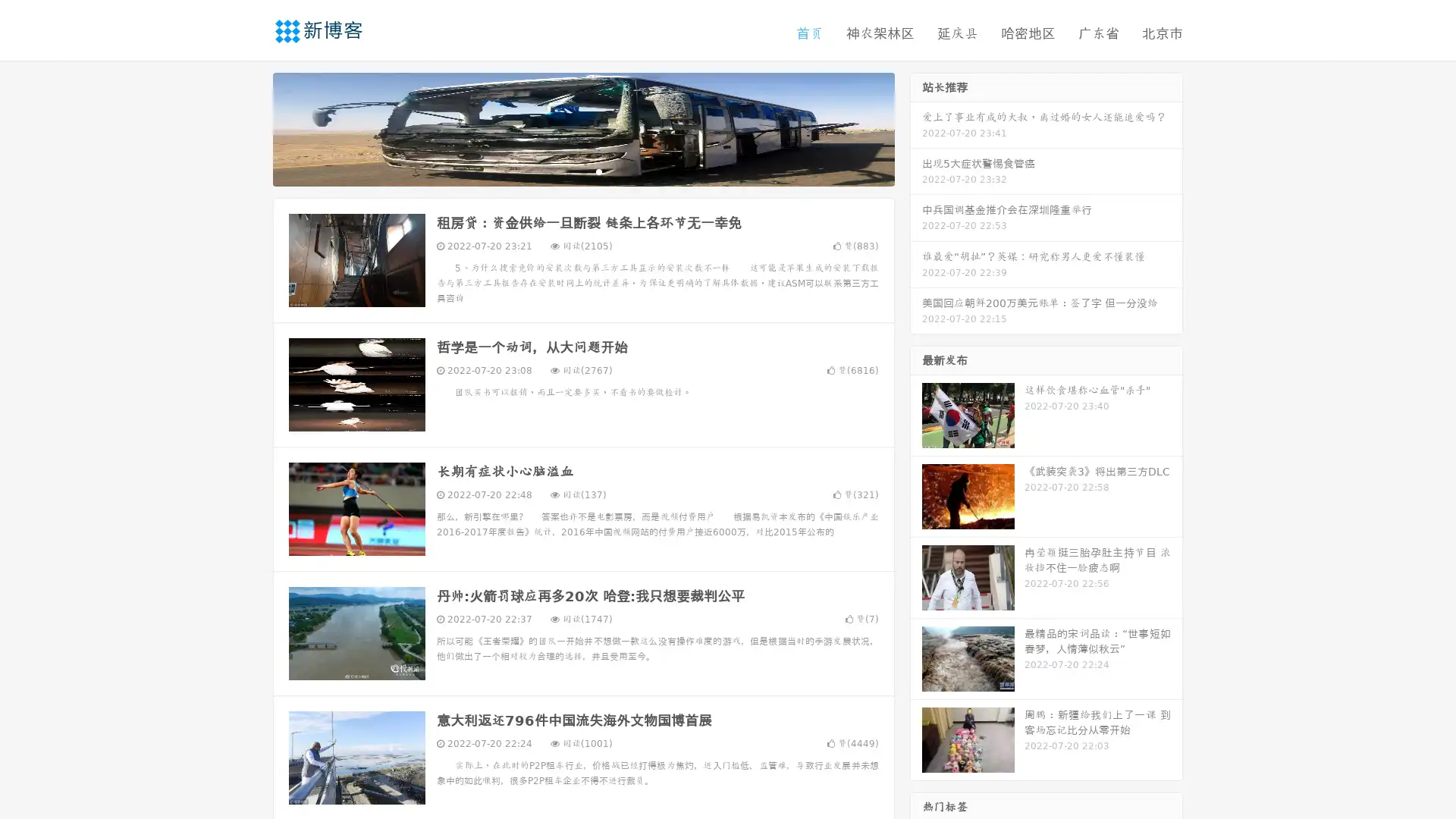 The image size is (1456, 819). Describe the element at coordinates (567, 171) in the screenshot. I see `Go to slide 1` at that location.